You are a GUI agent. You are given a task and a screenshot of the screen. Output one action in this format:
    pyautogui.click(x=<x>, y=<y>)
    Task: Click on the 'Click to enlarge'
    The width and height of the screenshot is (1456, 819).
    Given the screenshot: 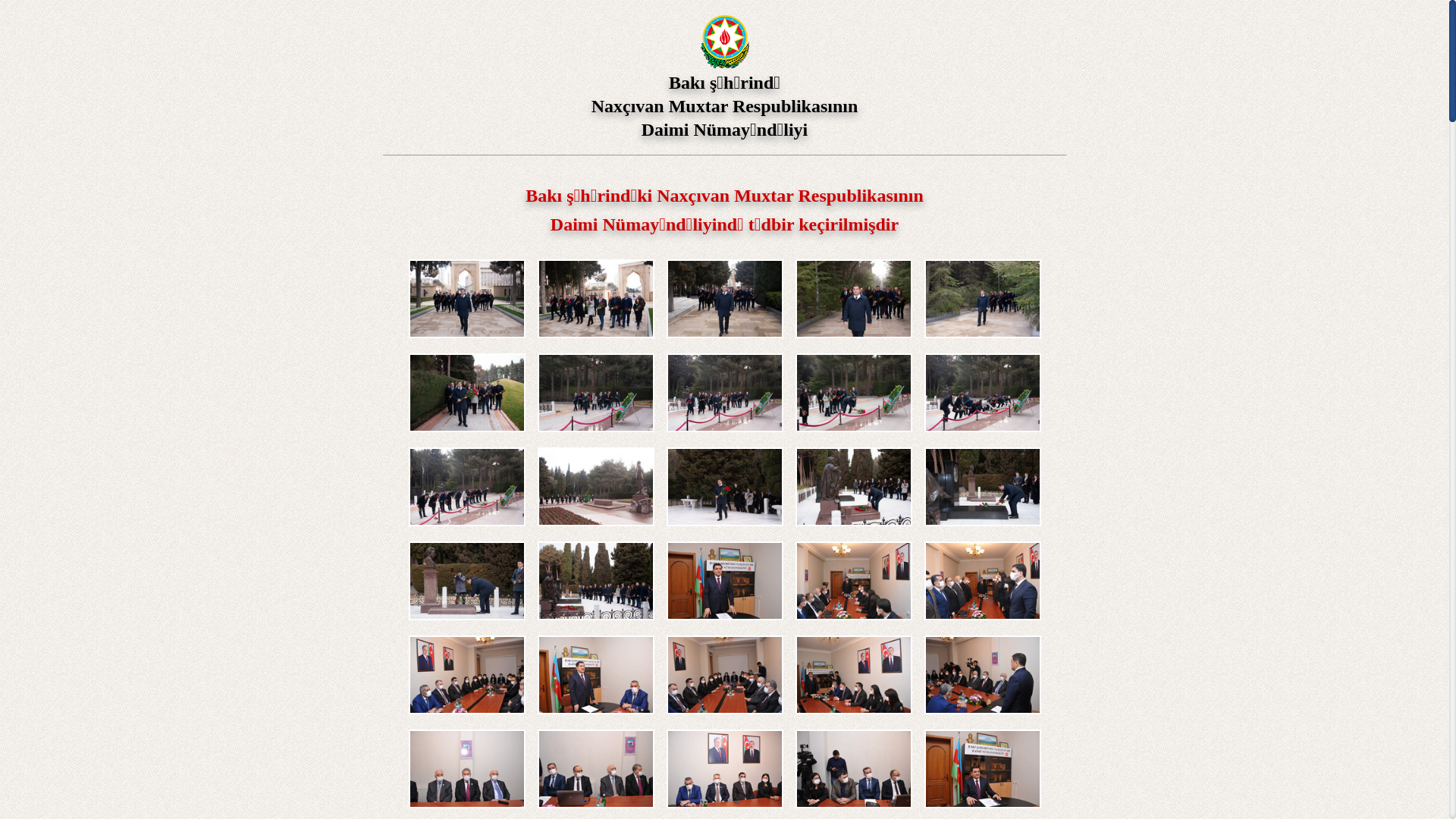 What is the action you would take?
    pyautogui.click(x=982, y=769)
    